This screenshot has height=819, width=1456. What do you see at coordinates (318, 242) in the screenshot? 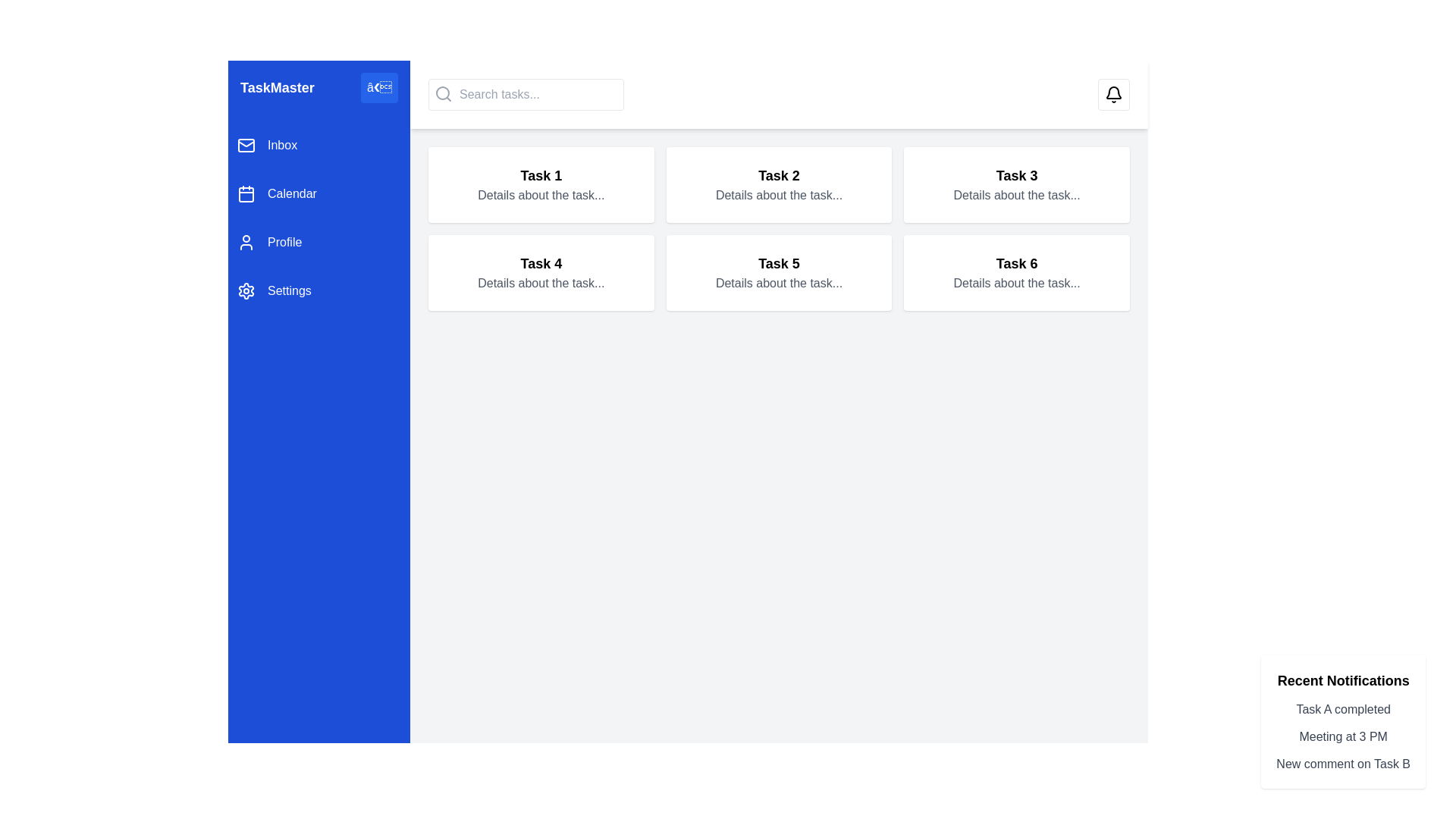
I see `the navigation button located in the left sidebar, which is the third button below the 'Calendar' button and above the 'Settings' button` at bounding box center [318, 242].